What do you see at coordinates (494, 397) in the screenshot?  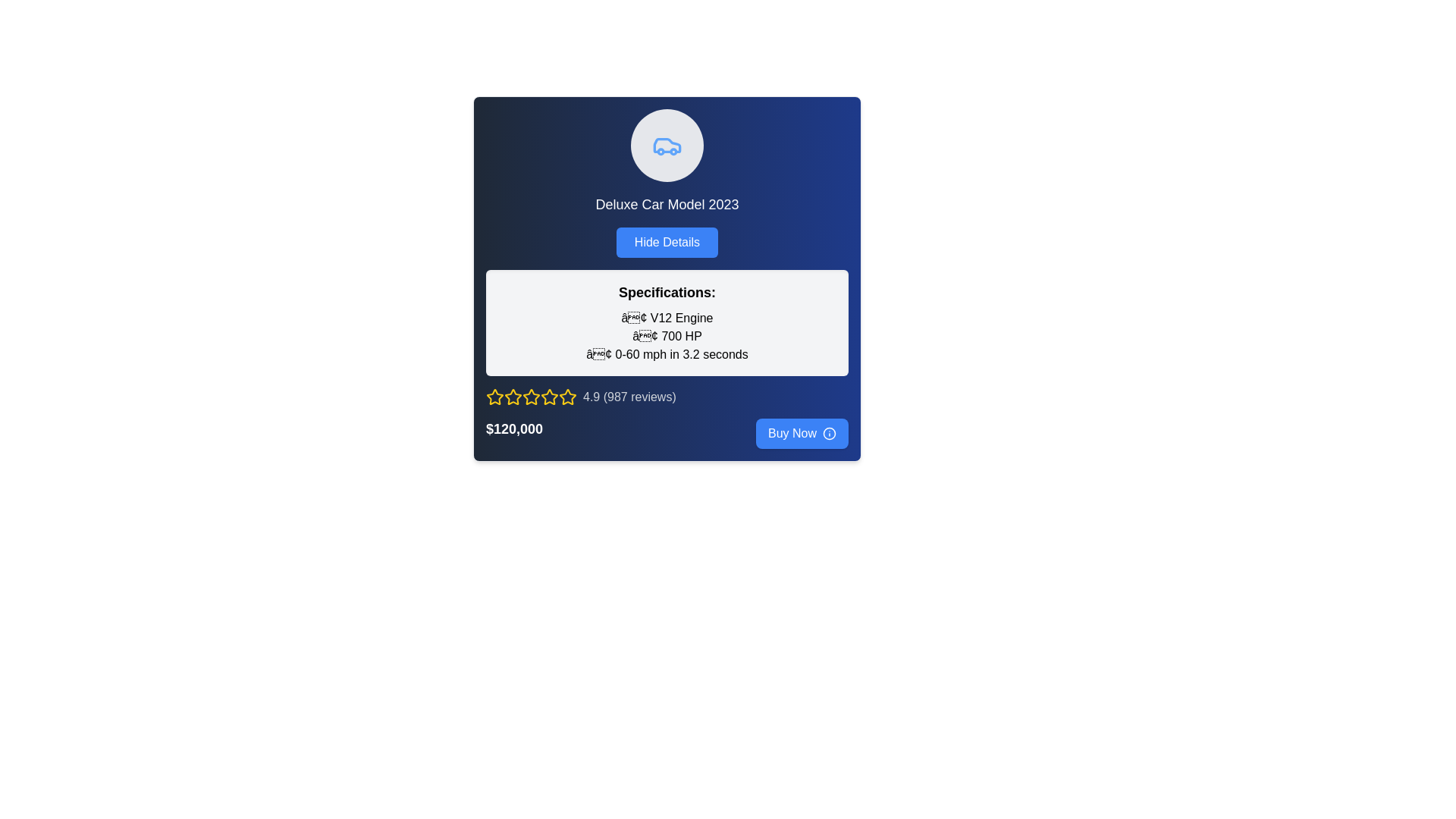 I see `the first star icon in the rating system located at the bottom-left section of the card interface` at bounding box center [494, 397].